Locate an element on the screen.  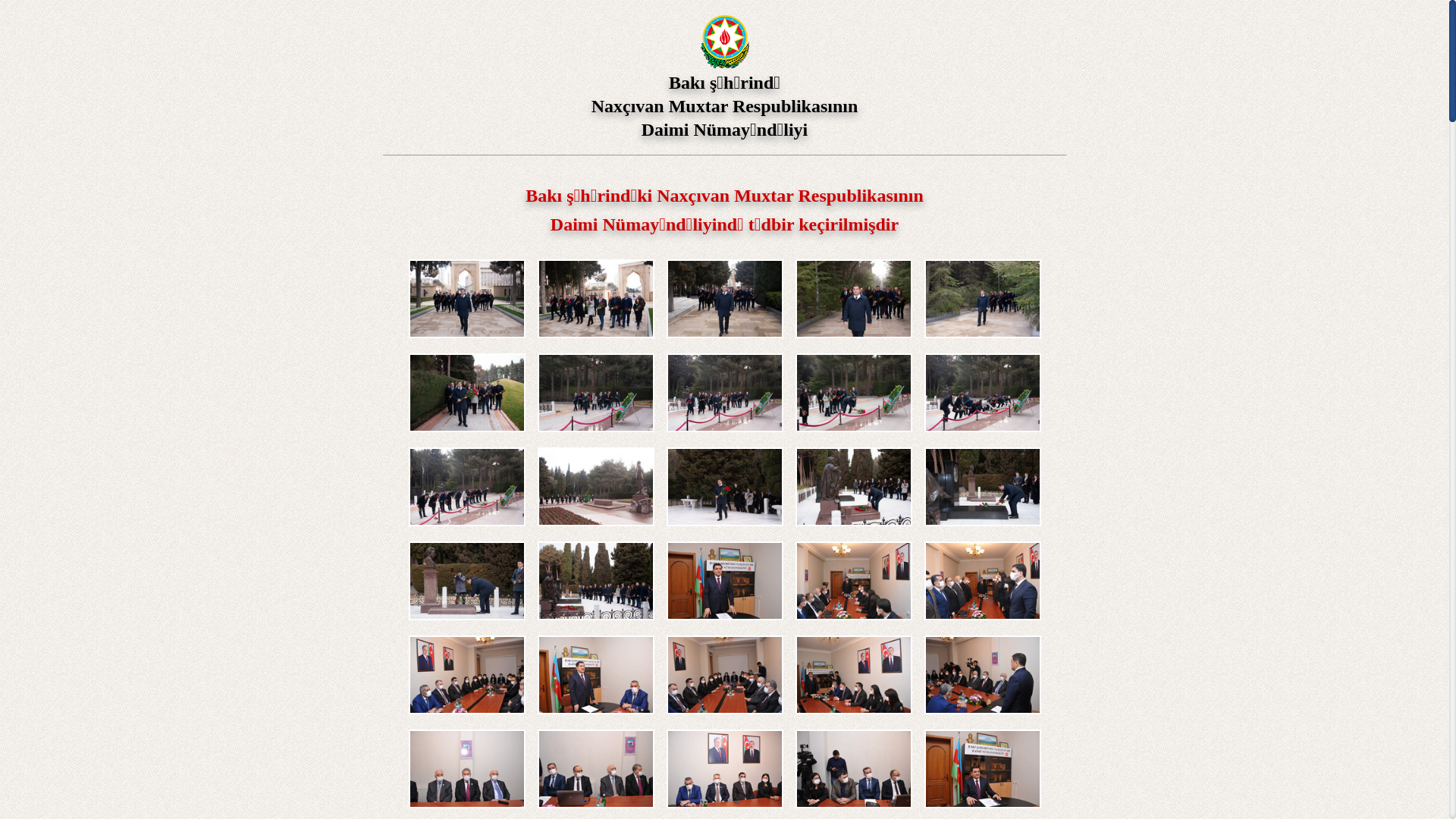
'Click to enlarge' is located at coordinates (852, 391).